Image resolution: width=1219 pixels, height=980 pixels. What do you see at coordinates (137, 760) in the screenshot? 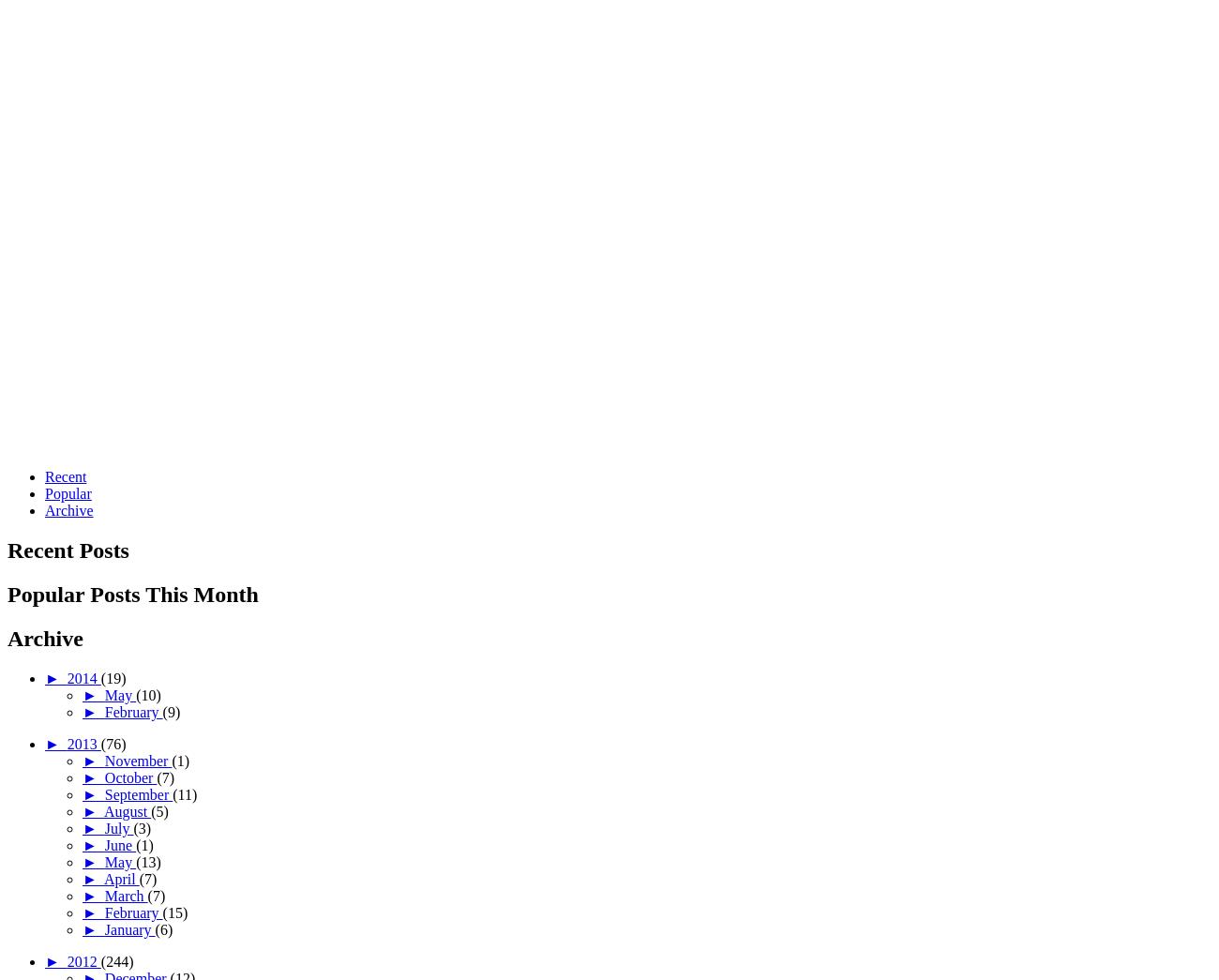
I see `'November'` at bounding box center [137, 760].